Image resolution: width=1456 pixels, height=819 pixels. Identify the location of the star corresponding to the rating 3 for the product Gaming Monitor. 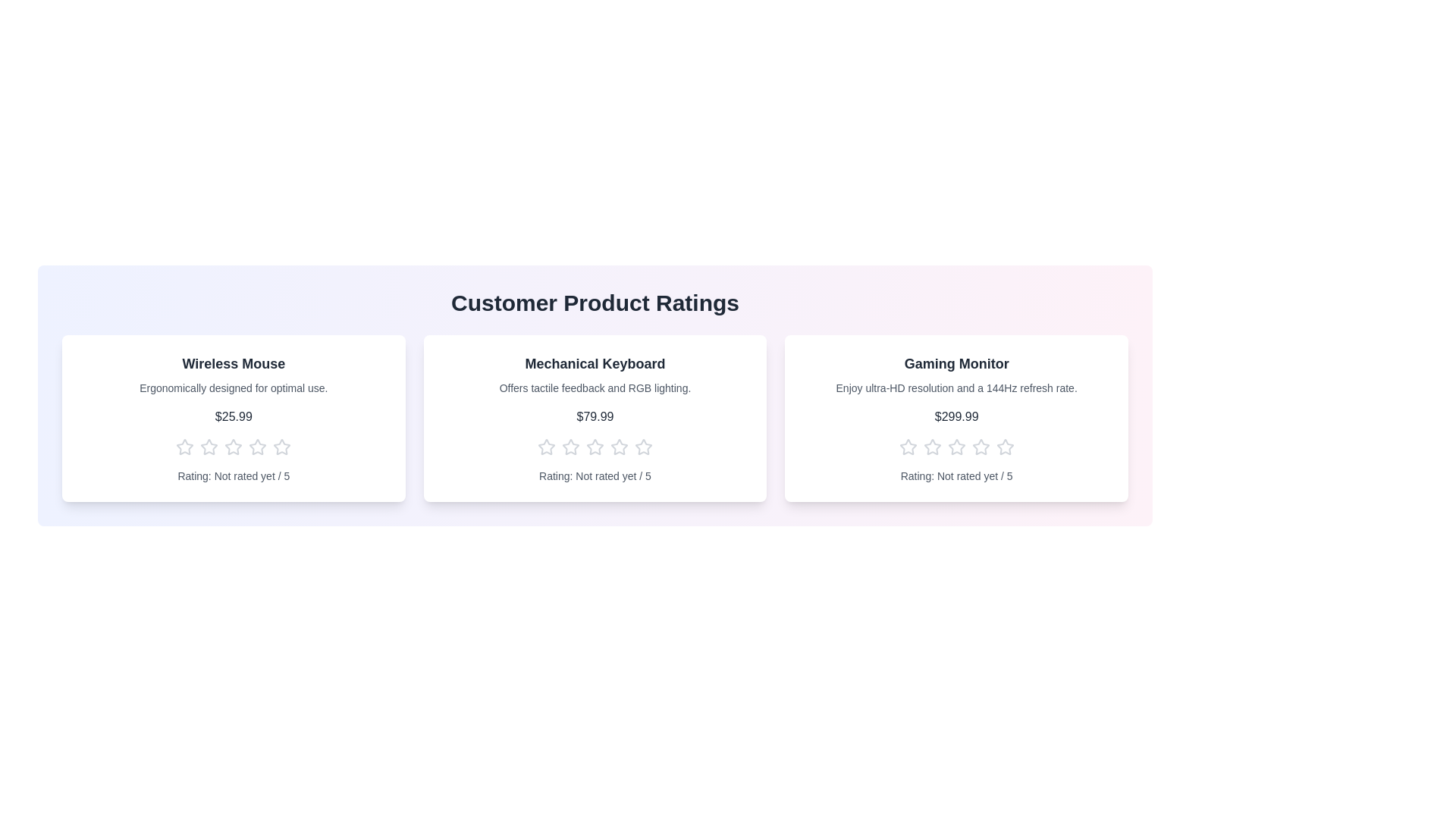
(955, 447).